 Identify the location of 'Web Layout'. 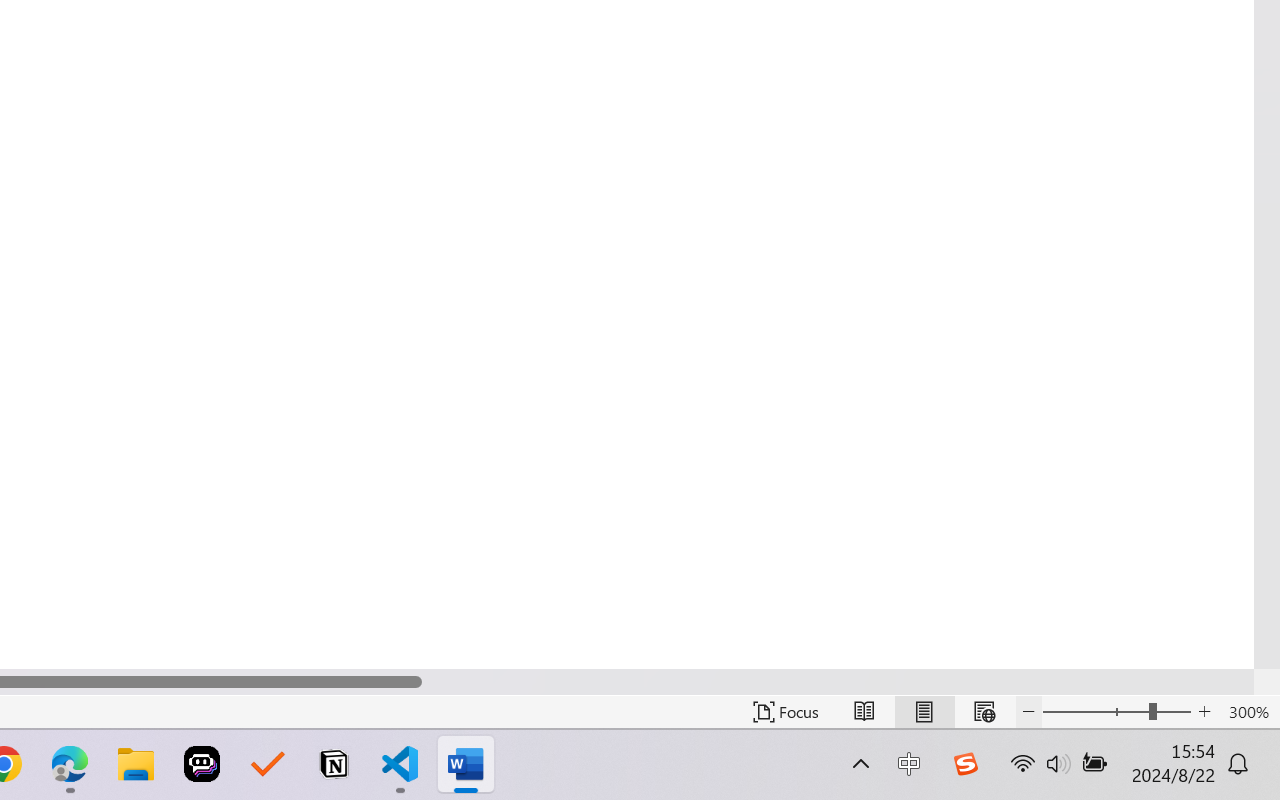
(984, 711).